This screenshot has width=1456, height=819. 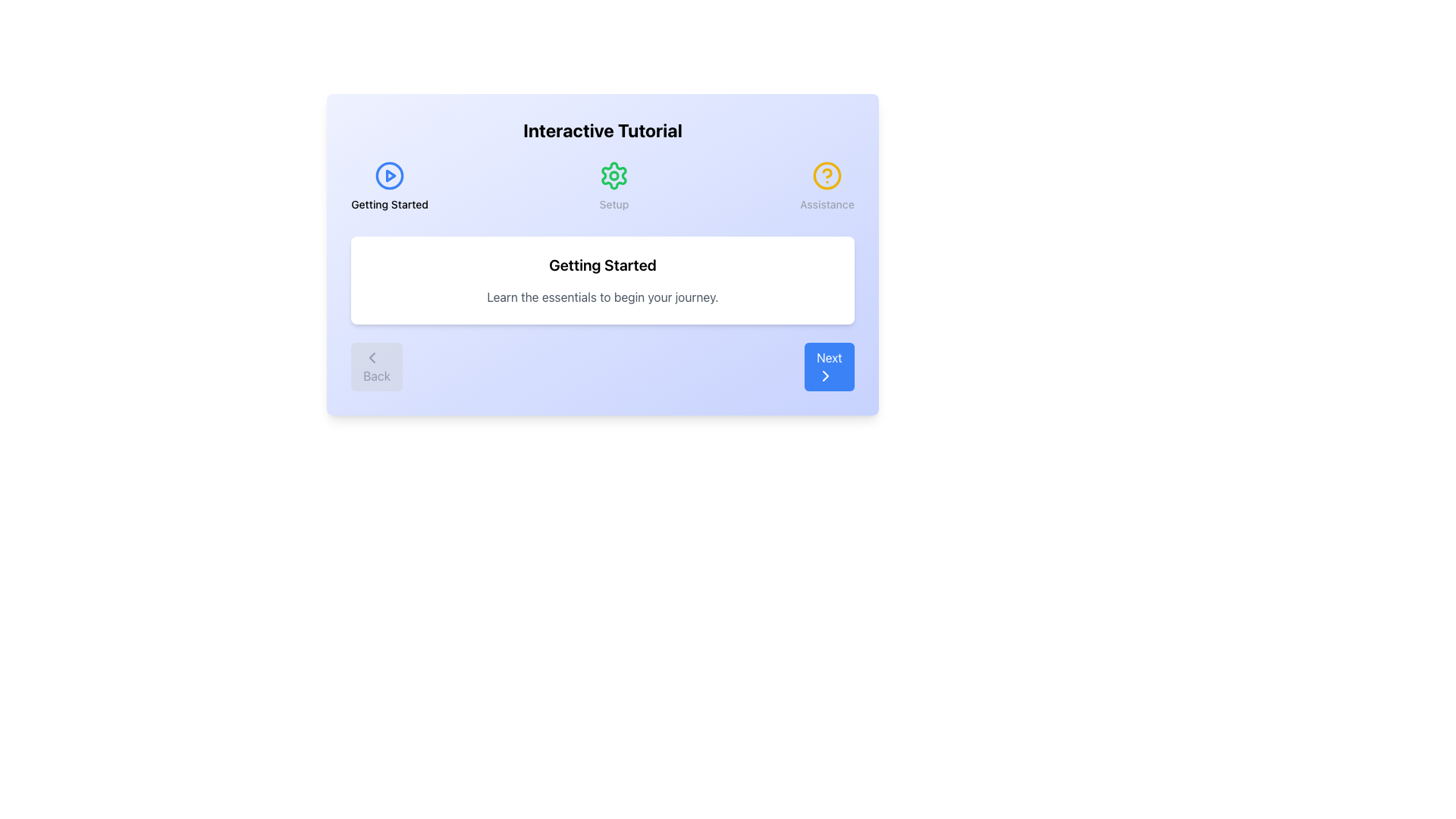 What do you see at coordinates (825, 375) in the screenshot?
I see `the chevron icon within the 'Next' button located at the bottom-right corner of the interface, which visually indicates progression to the next step` at bounding box center [825, 375].